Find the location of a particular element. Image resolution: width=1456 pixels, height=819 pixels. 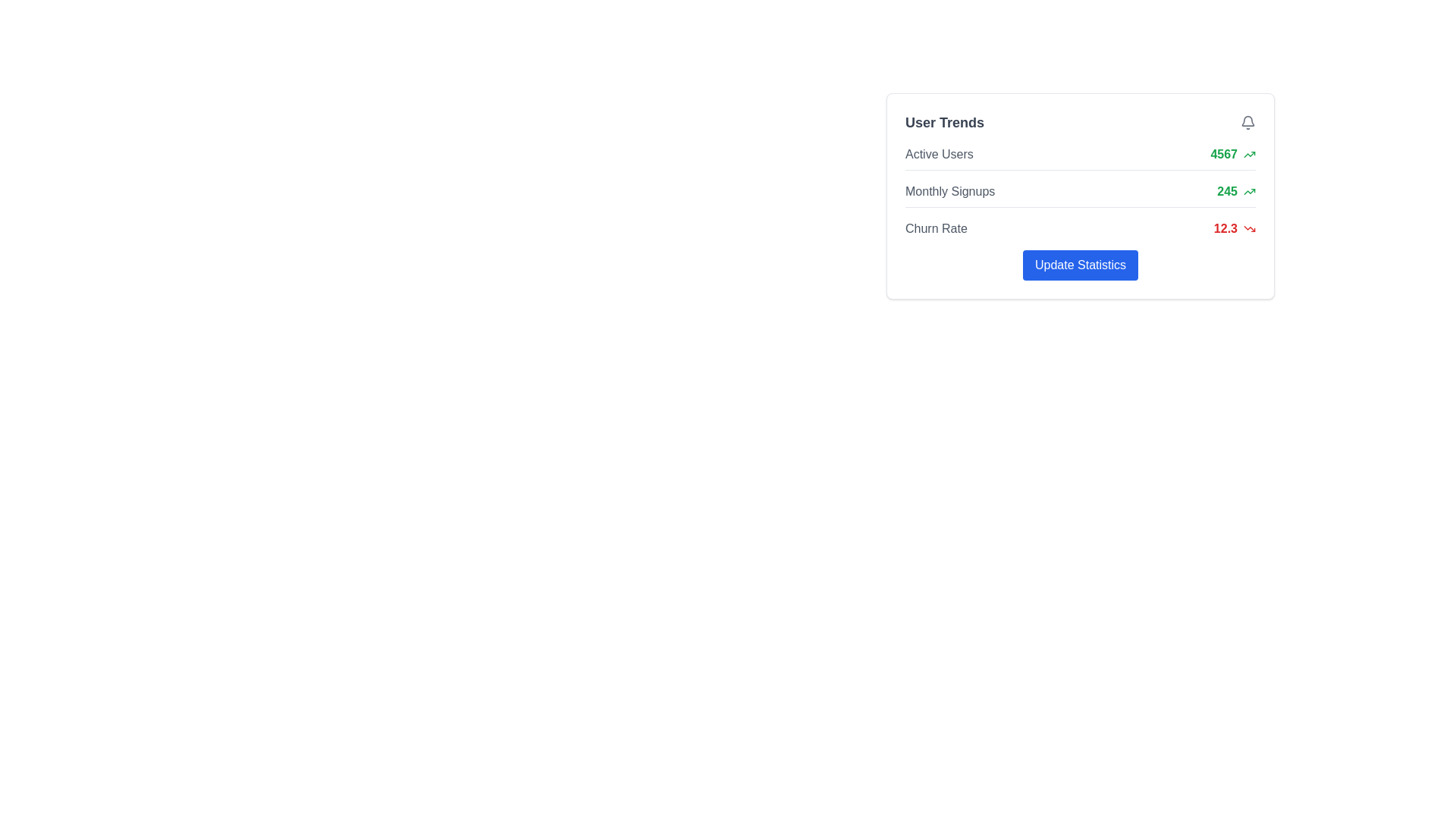

the button located at the bottom of the 'User Trends' card to update statistics is located at coordinates (1080, 265).